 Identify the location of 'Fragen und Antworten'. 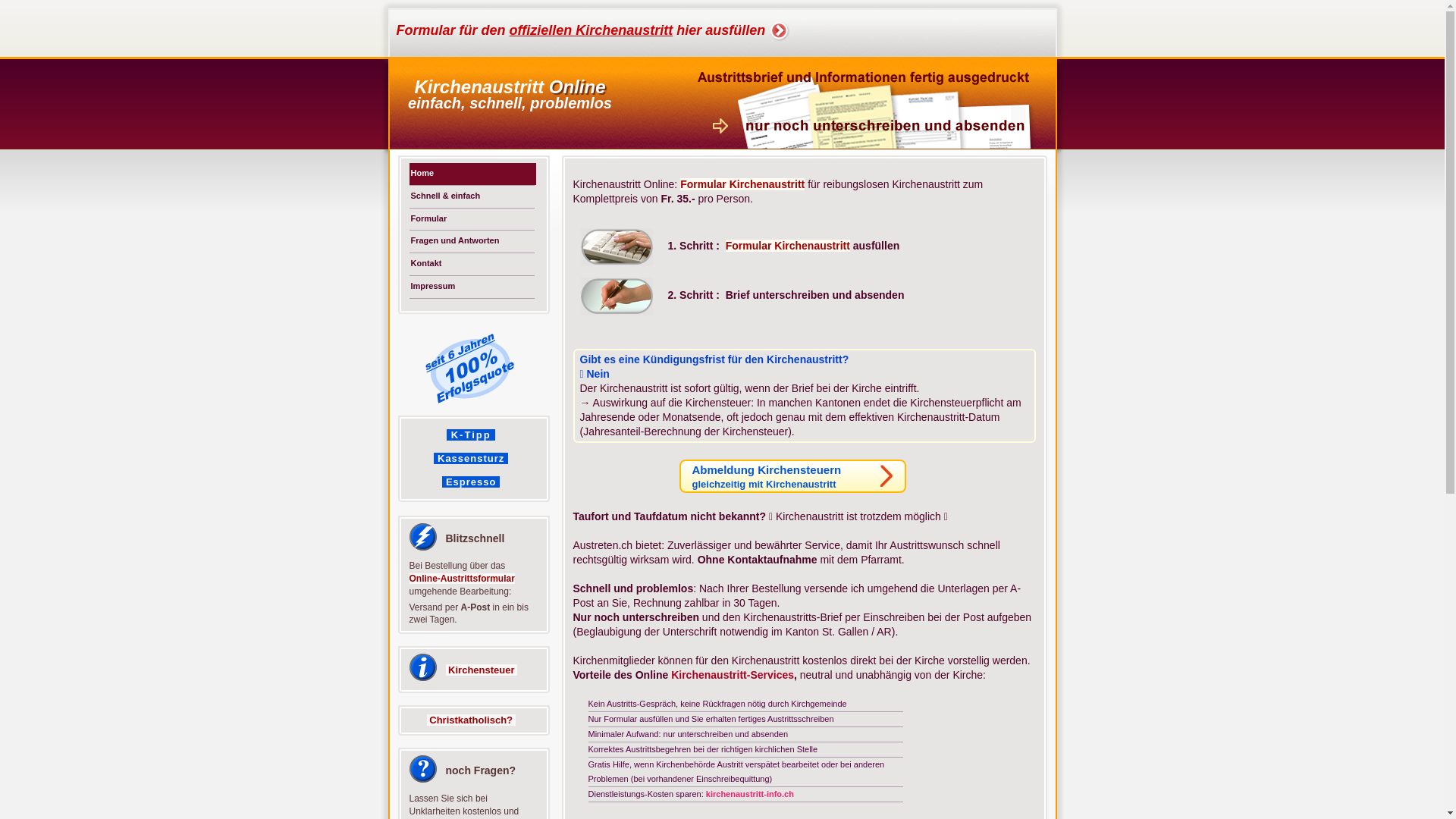
(472, 240).